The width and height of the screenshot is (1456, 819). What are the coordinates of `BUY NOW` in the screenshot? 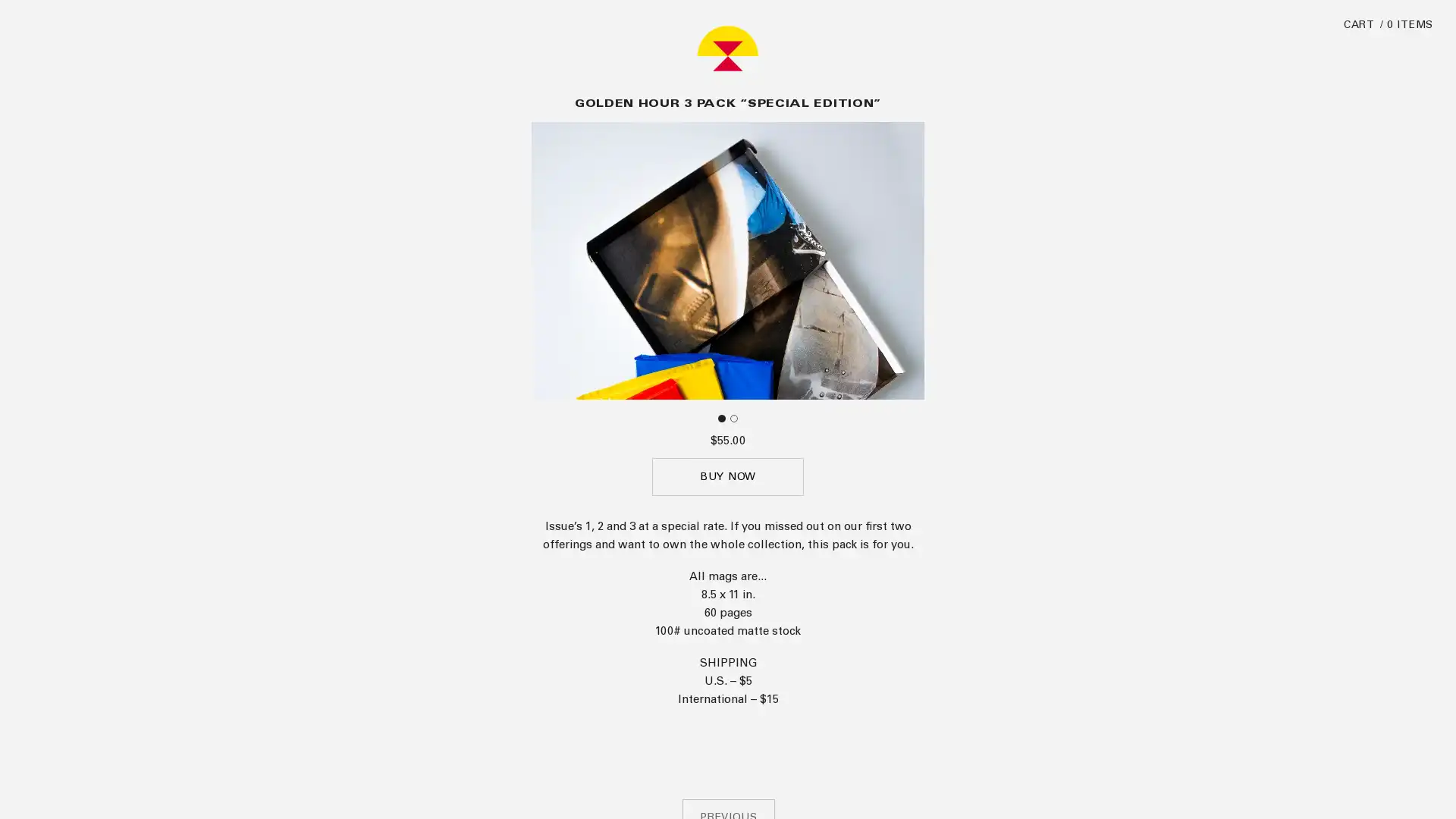 It's located at (728, 473).